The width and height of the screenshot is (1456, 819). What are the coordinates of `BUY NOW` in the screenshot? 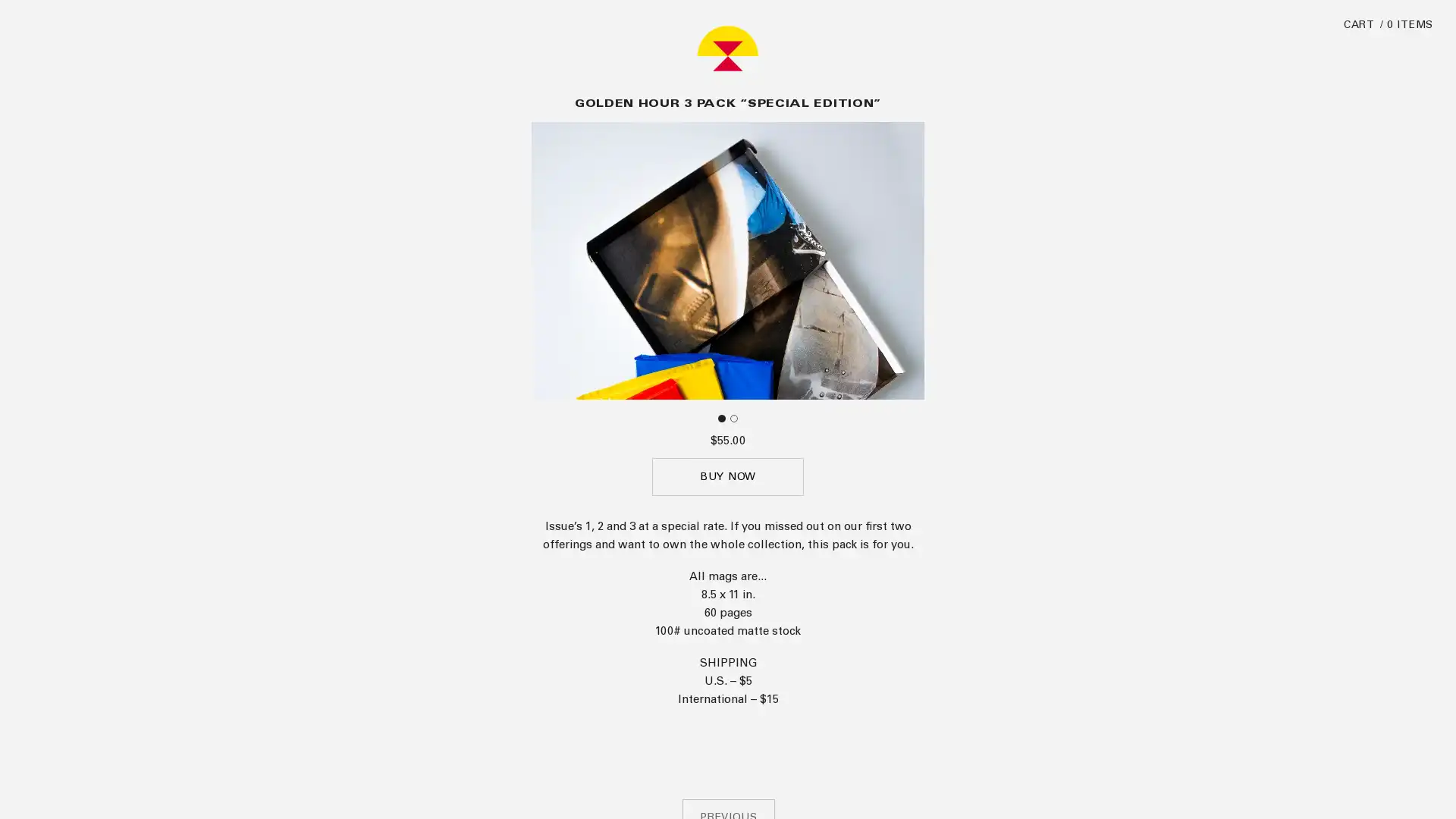 It's located at (728, 473).